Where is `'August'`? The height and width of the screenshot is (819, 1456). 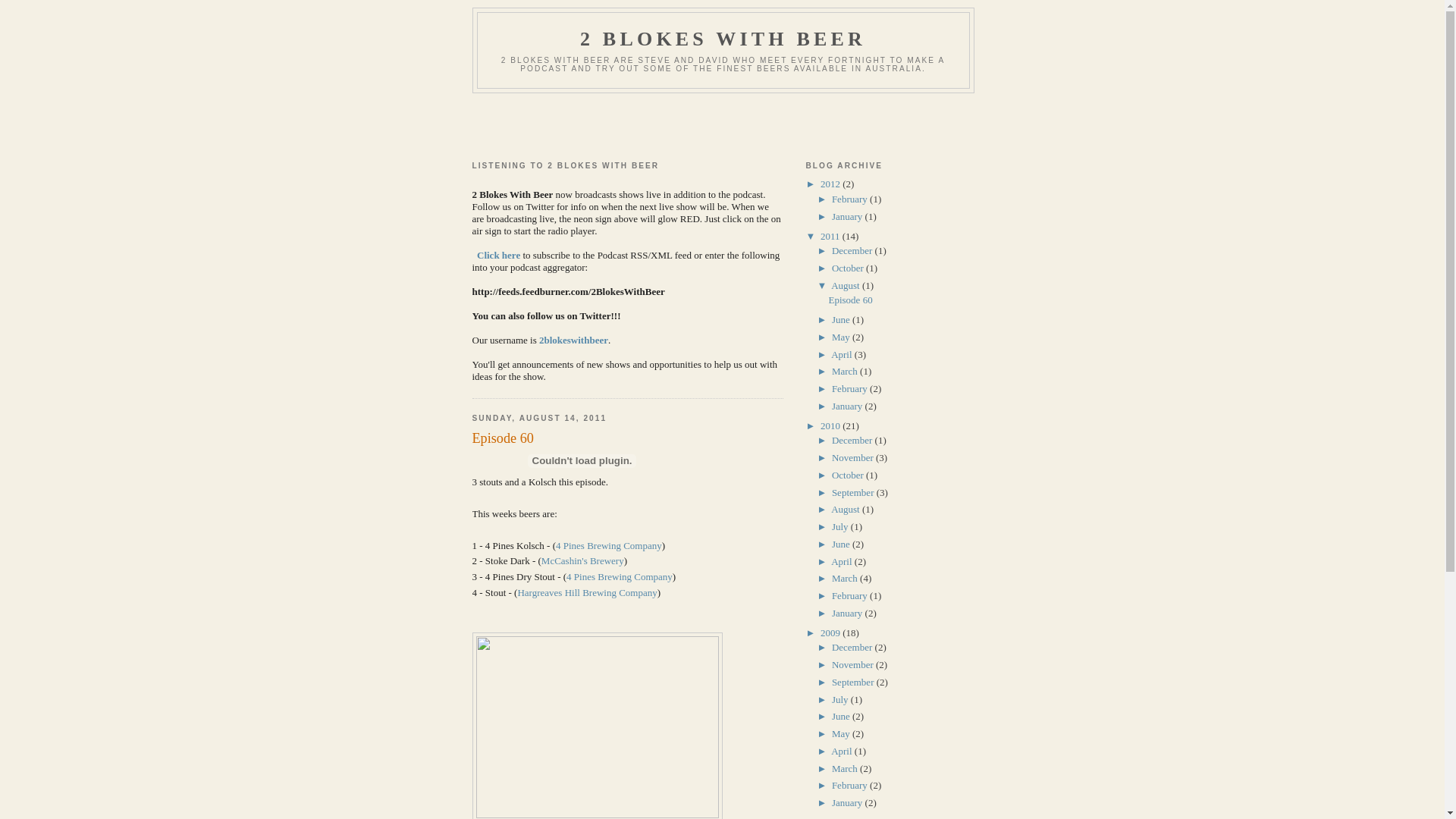 'August' is located at coordinates (846, 509).